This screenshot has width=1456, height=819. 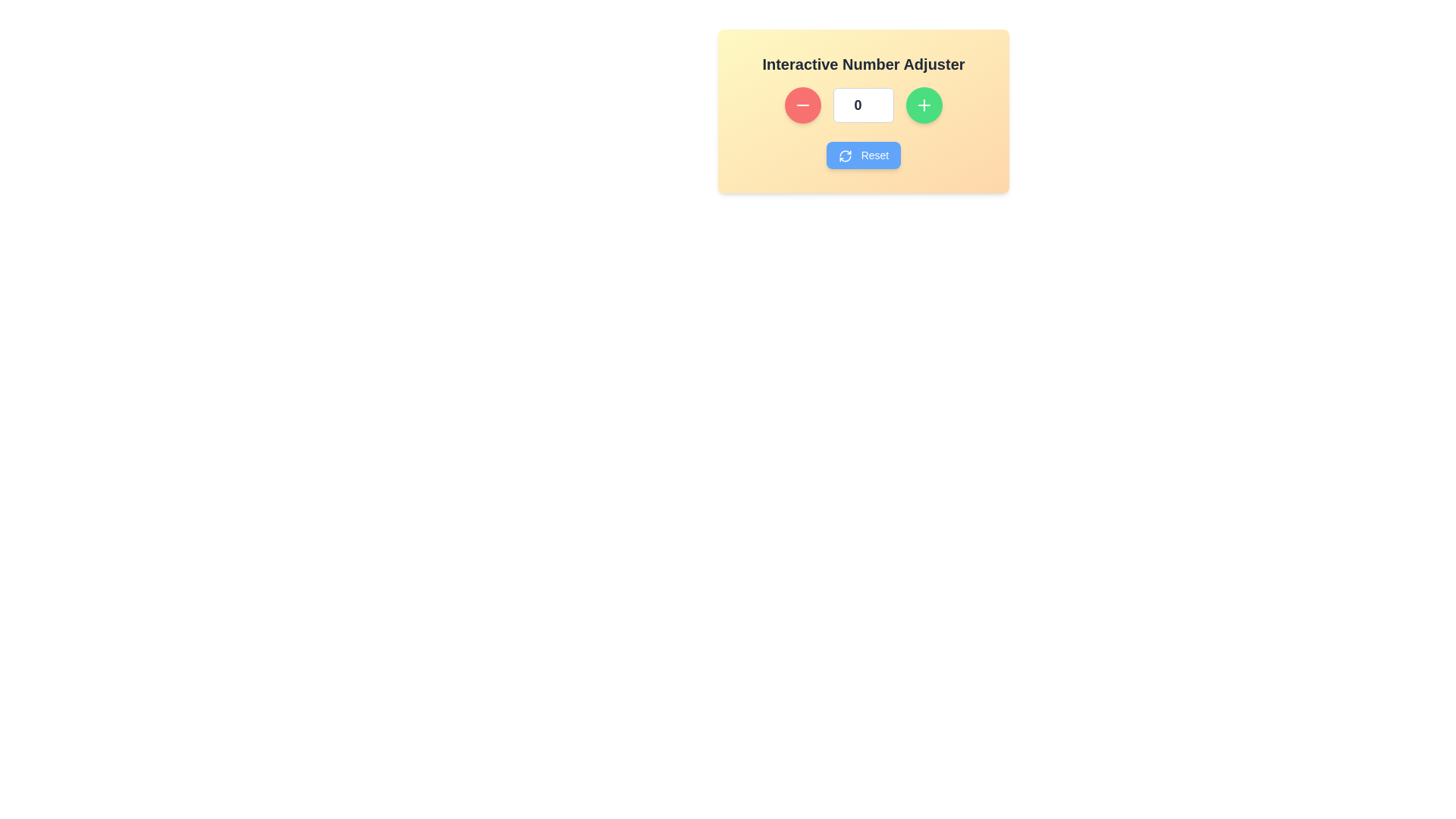 I want to click on the reset icon located within the blue rectangular button labeled 'Reset', which is aligned to the left of the button's text, so click(x=844, y=156).